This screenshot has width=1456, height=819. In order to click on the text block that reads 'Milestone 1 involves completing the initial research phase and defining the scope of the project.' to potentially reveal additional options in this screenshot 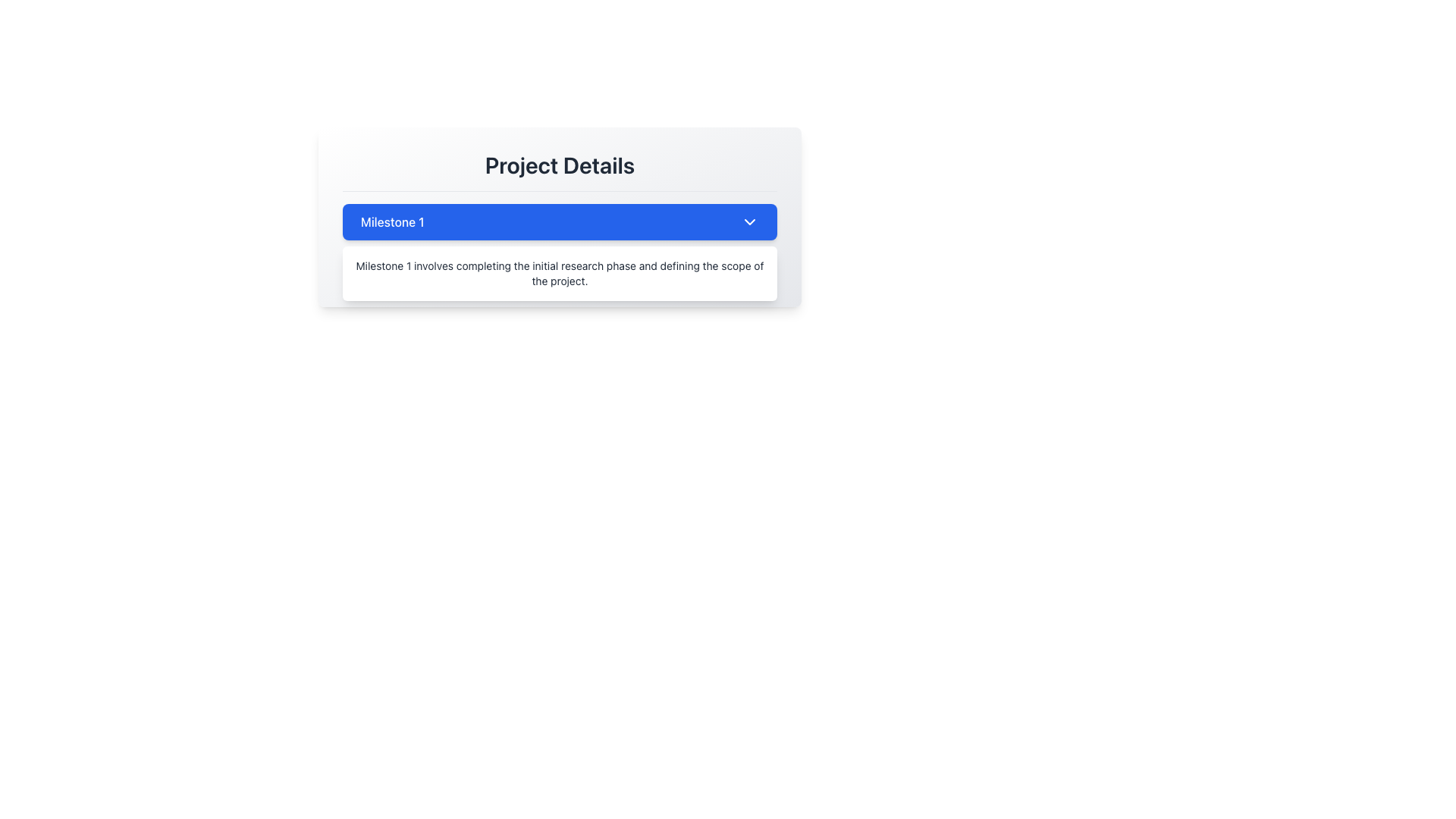, I will do `click(559, 274)`.